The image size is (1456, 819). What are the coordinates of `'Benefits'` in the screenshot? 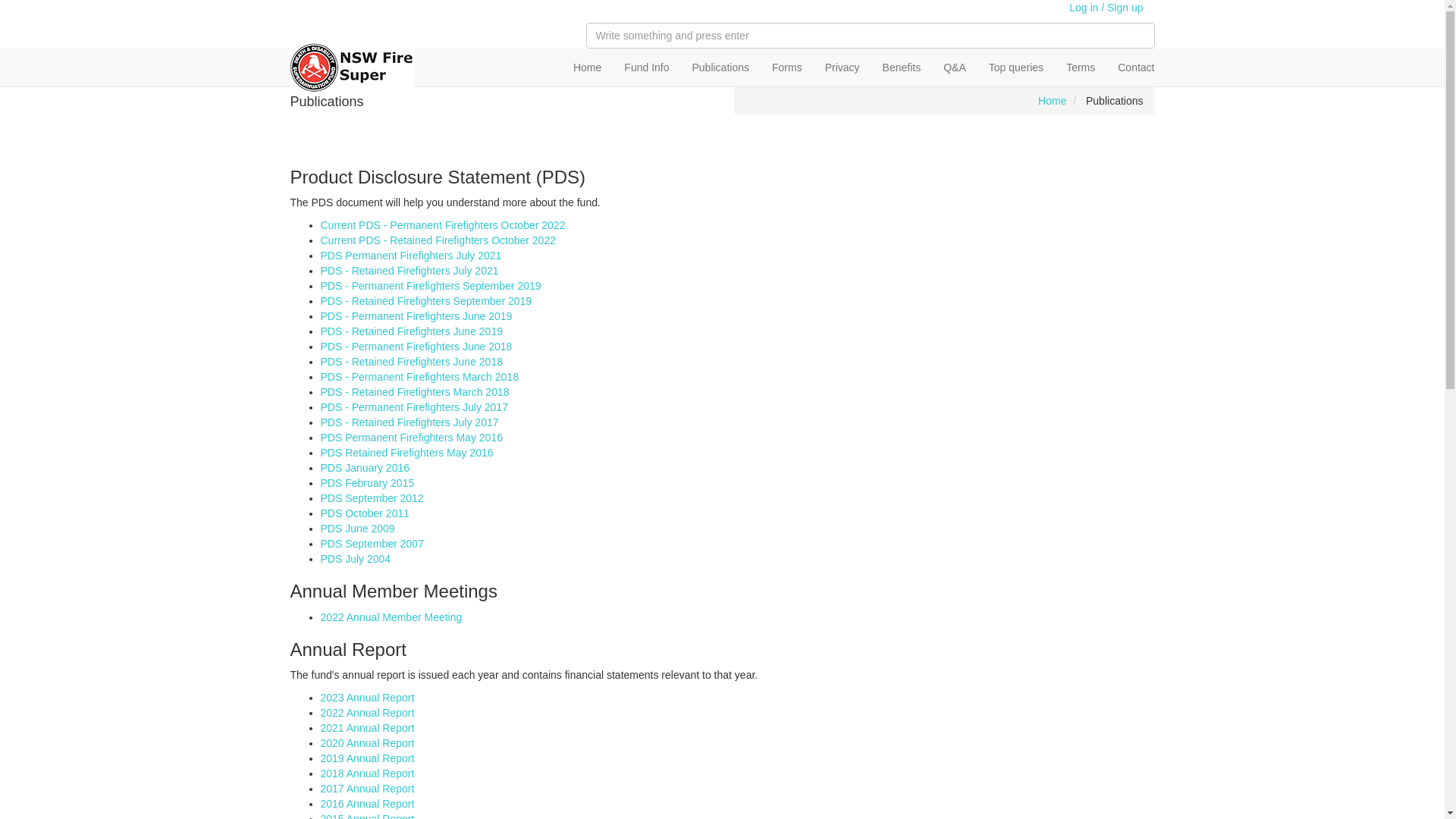 It's located at (902, 66).